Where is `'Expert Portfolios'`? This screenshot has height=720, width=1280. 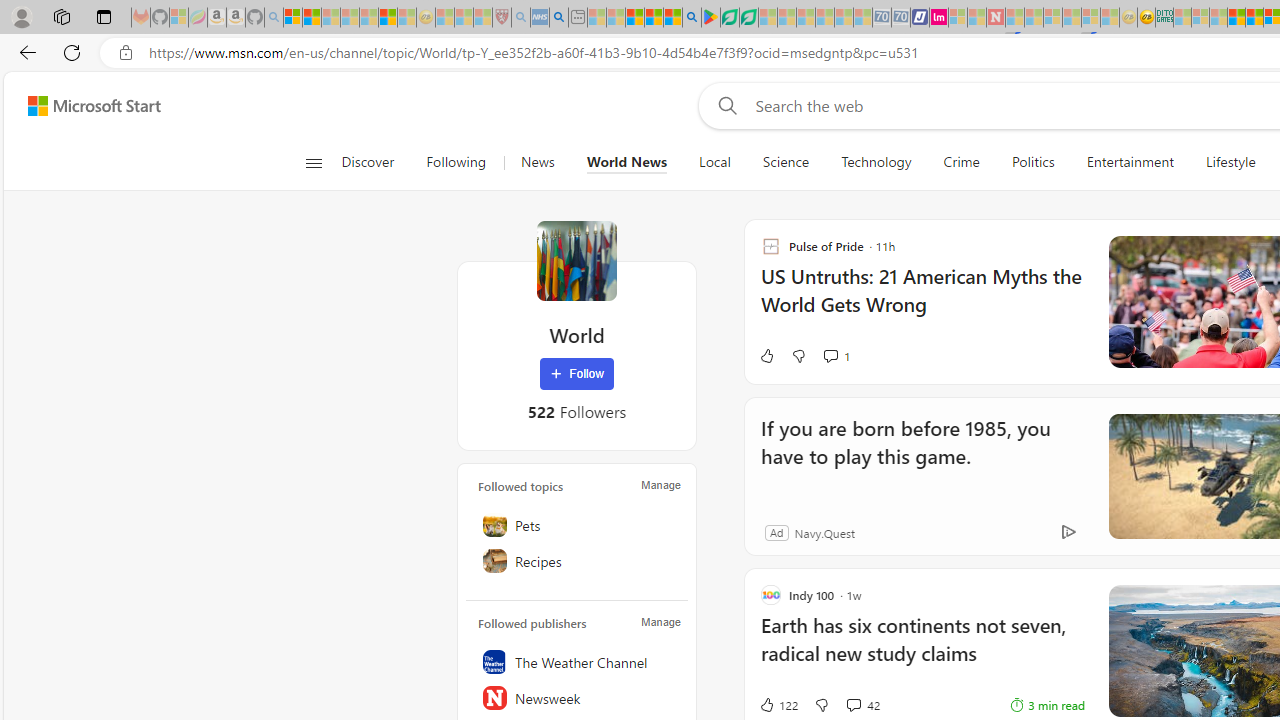 'Expert Portfolios' is located at coordinates (1235, 17).